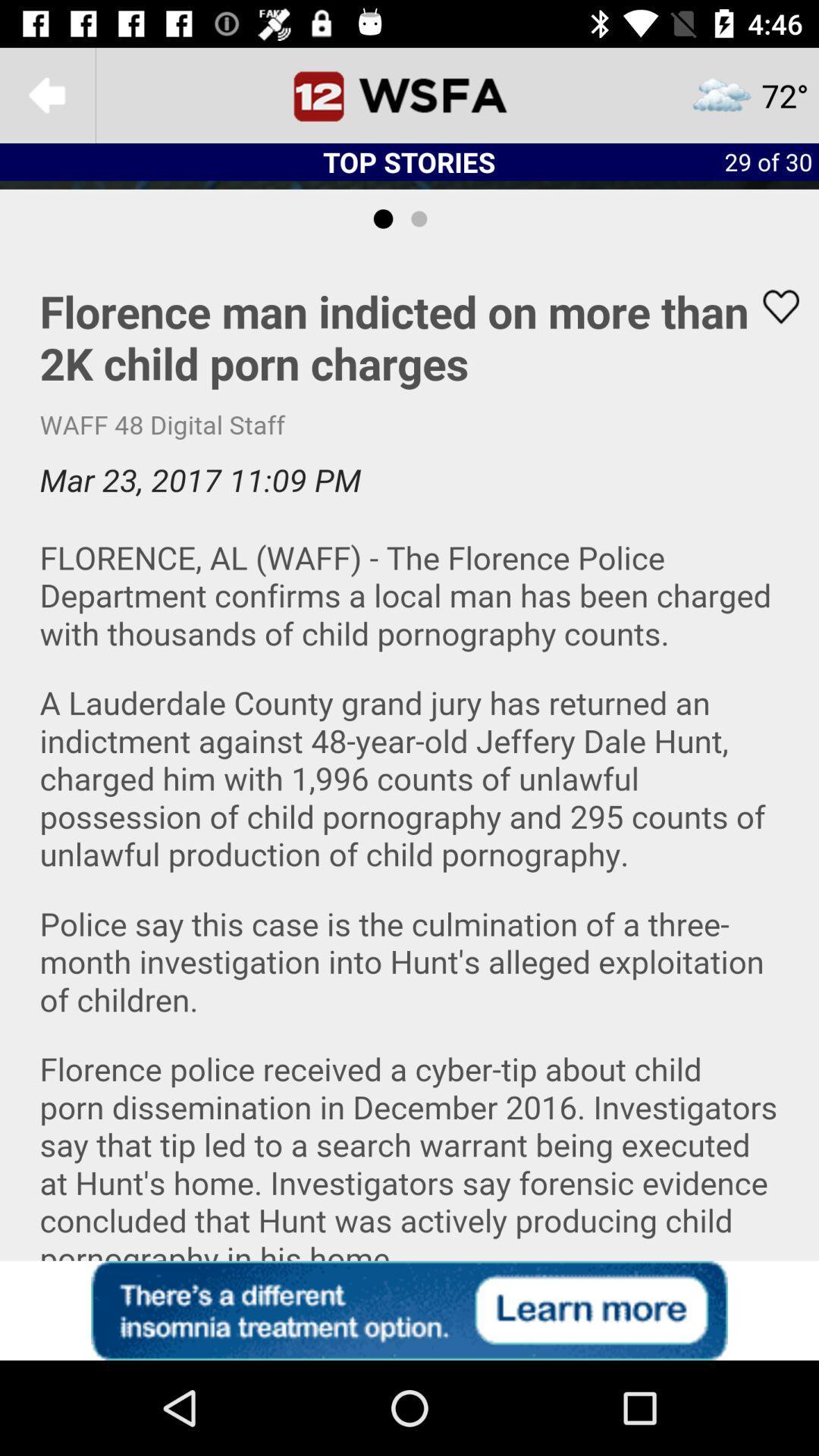  What do you see at coordinates (46, 94) in the screenshot?
I see `the arrow_backward icon` at bounding box center [46, 94].